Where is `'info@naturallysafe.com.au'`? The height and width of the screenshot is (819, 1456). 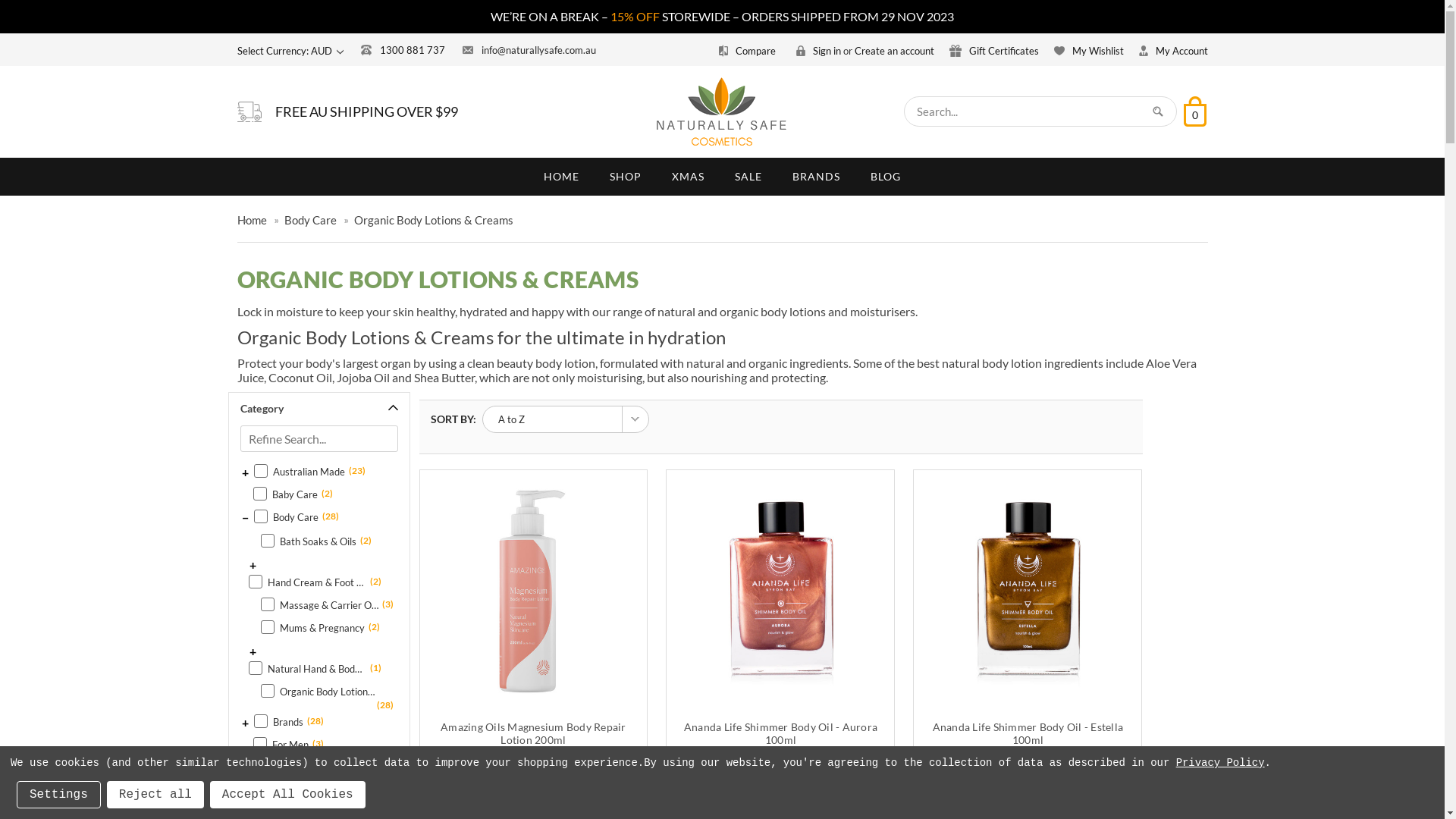 'info@naturallysafe.com.au' is located at coordinates (529, 49).